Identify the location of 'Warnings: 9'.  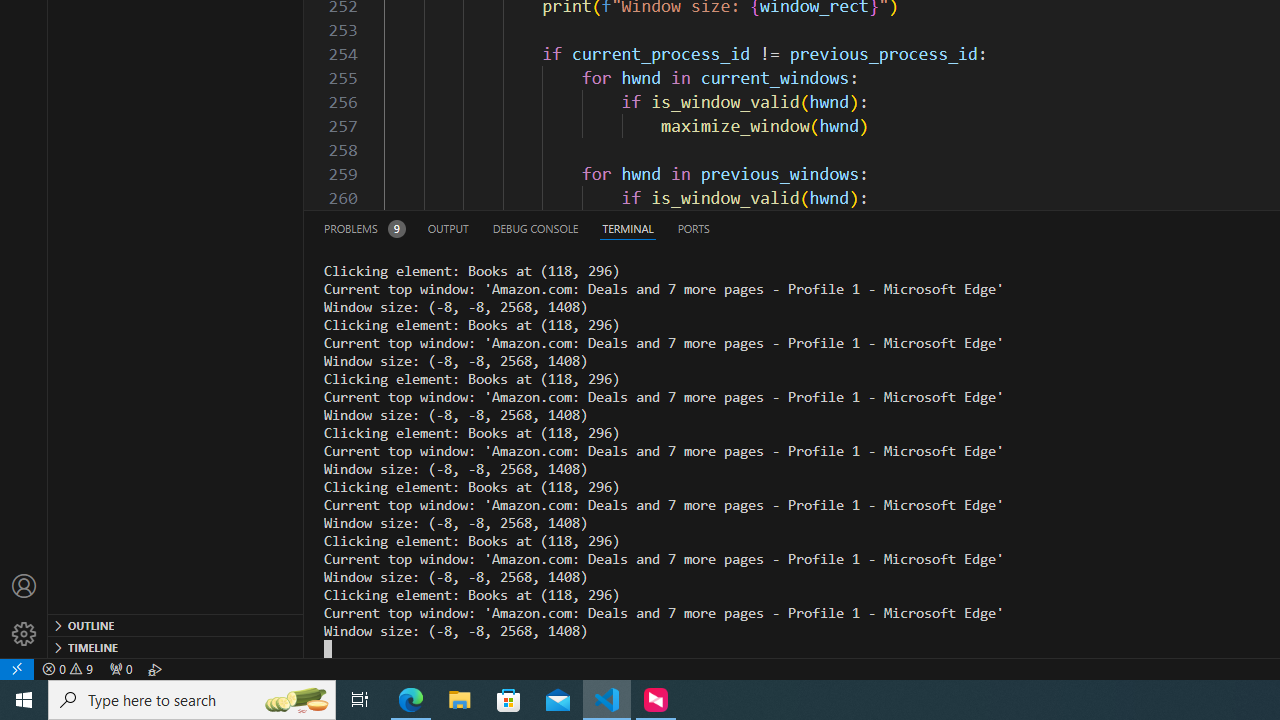
(67, 668).